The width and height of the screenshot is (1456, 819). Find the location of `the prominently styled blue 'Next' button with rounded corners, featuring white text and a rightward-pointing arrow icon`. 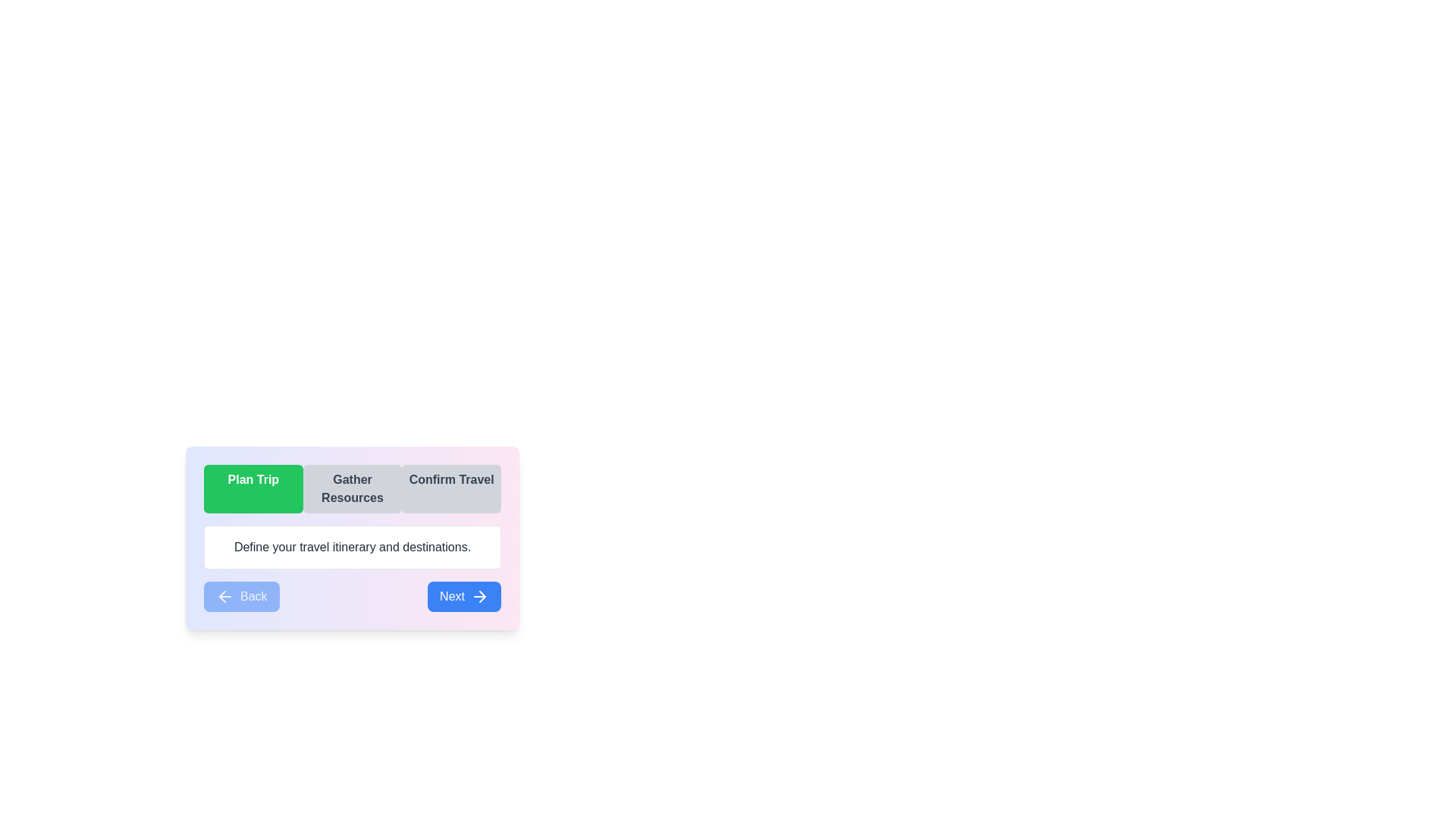

the prominently styled blue 'Next' button with rounded corners, featuring white text and a rightward-pointing arrow icon is located at coordinates (463, 595).